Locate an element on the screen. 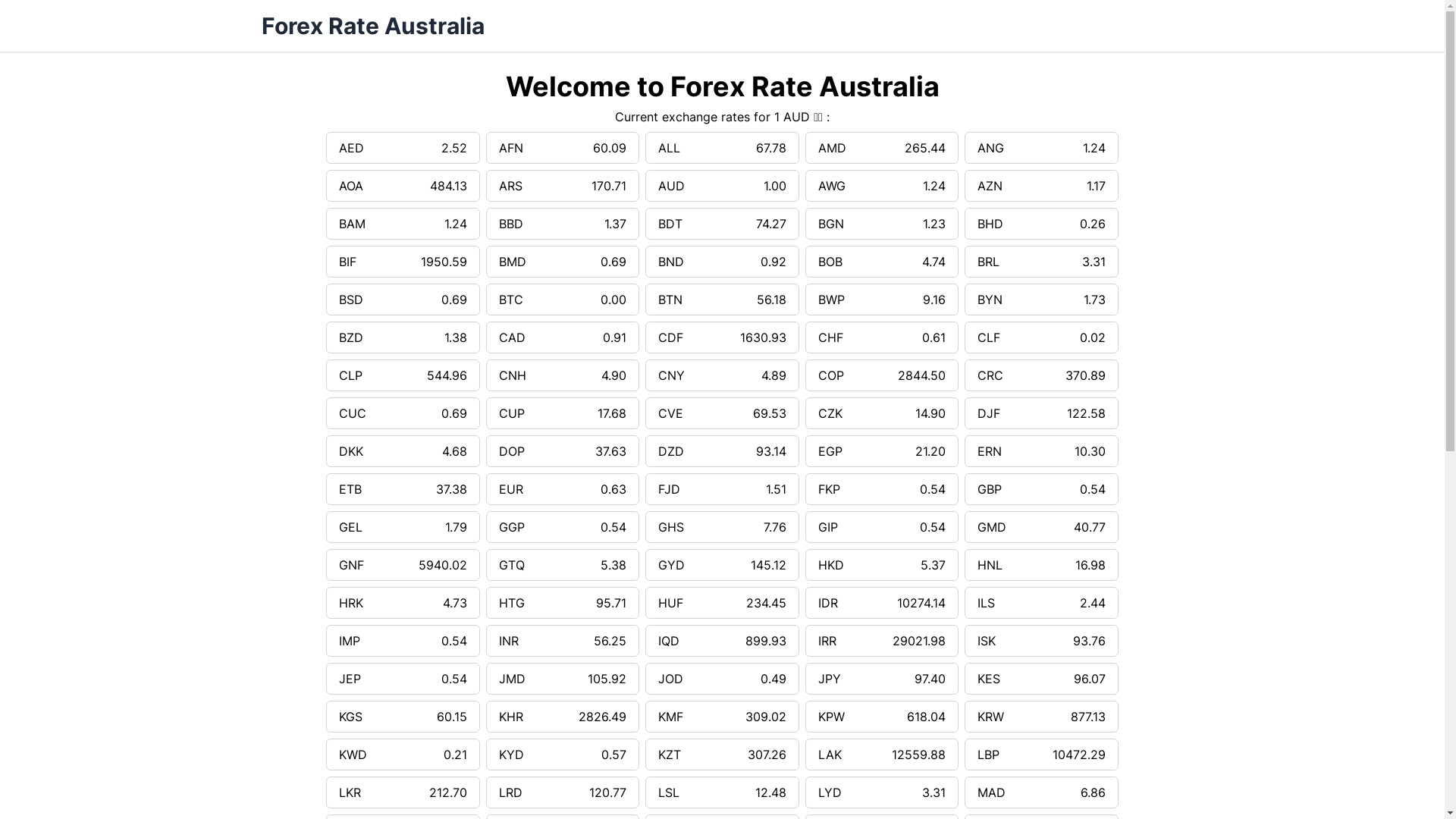  'Forex Rate Australia' is located at coordinates (372, 26).